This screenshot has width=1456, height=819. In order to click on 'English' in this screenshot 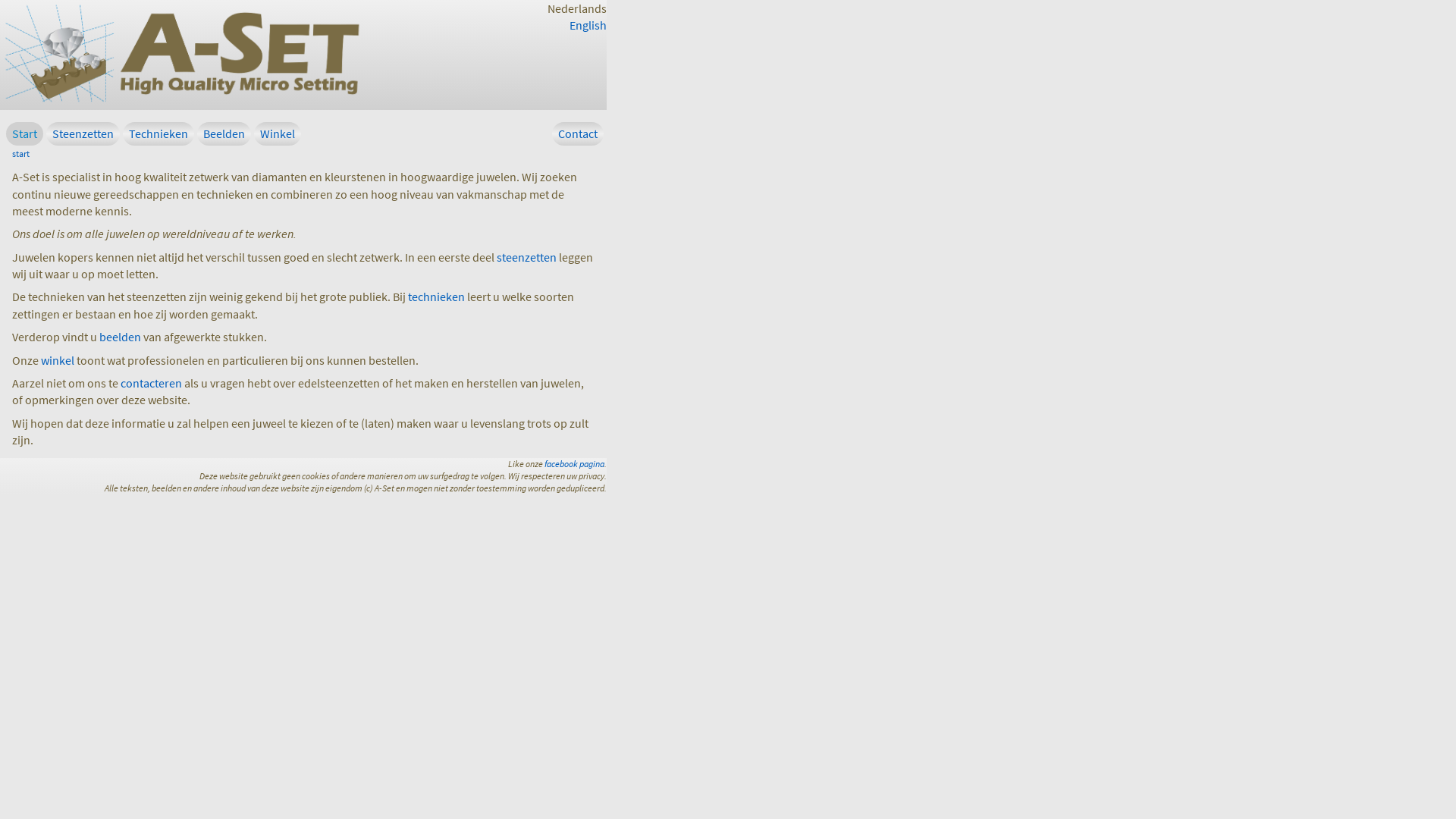, I will do `click(587, 25)`.